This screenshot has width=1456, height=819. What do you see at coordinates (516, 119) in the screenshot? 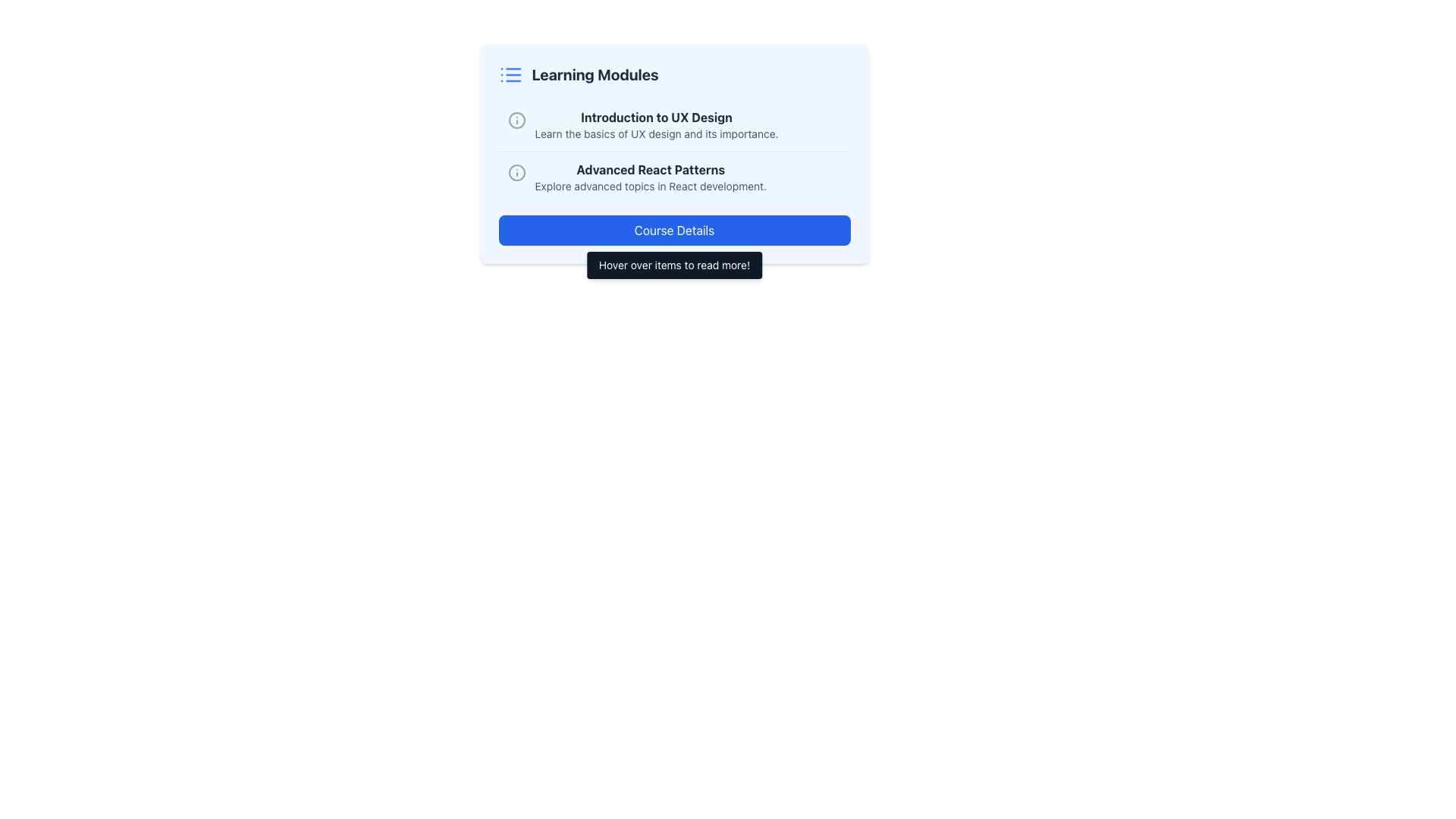
I see `the circular icon with a gray outline and an 'i' symbol located before the text 'Introduction to UX Design' in the 'Learning Modules' section` at bounding box center [516, 119].